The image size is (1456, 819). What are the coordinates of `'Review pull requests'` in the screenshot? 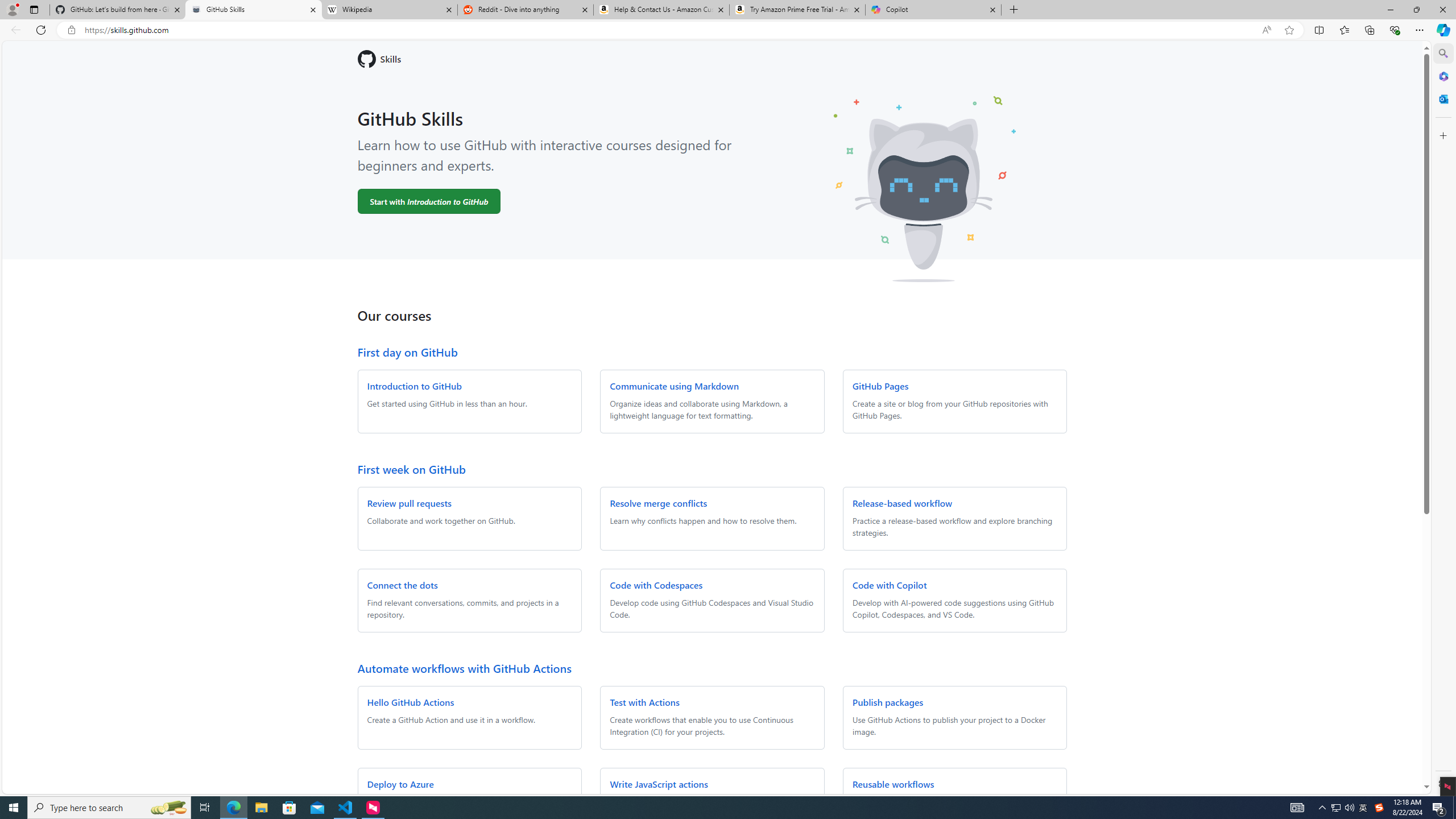 It's located at (408, 503).